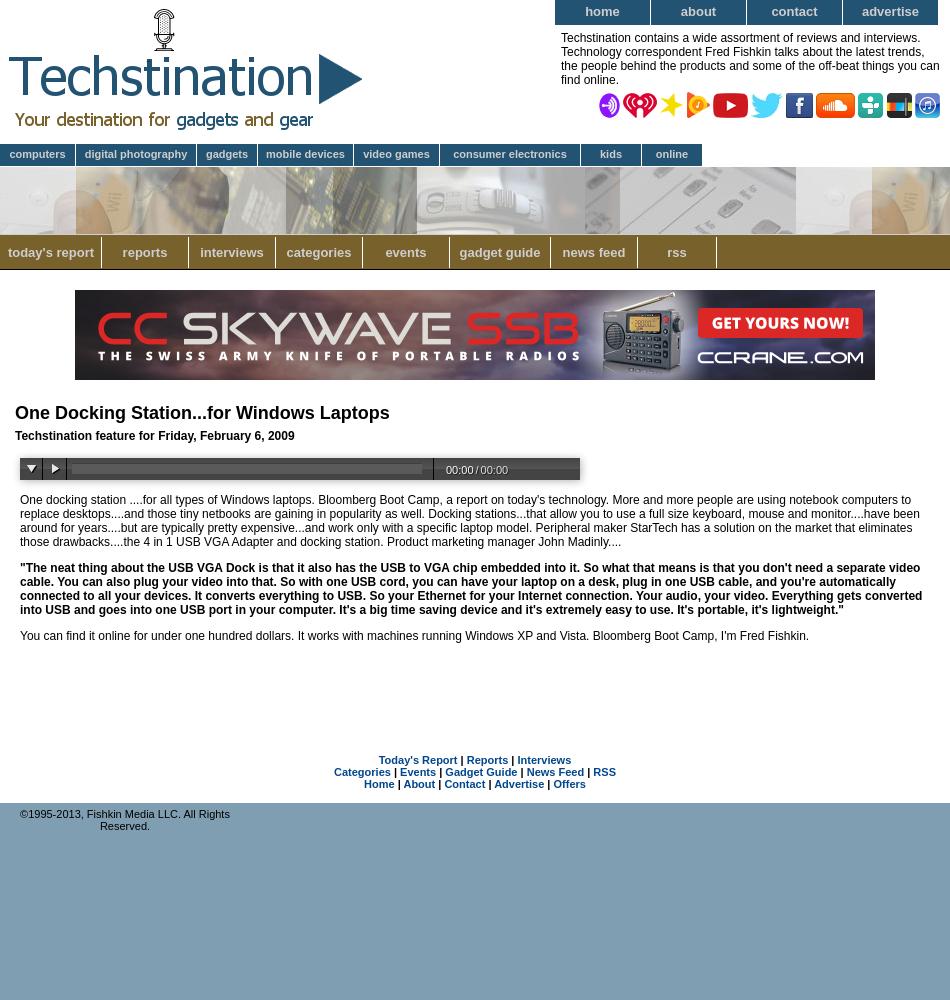  What do you see at coordinates (463, 784) in the screenshot?
I see `'Contact'` at bounding box center [463, 784].